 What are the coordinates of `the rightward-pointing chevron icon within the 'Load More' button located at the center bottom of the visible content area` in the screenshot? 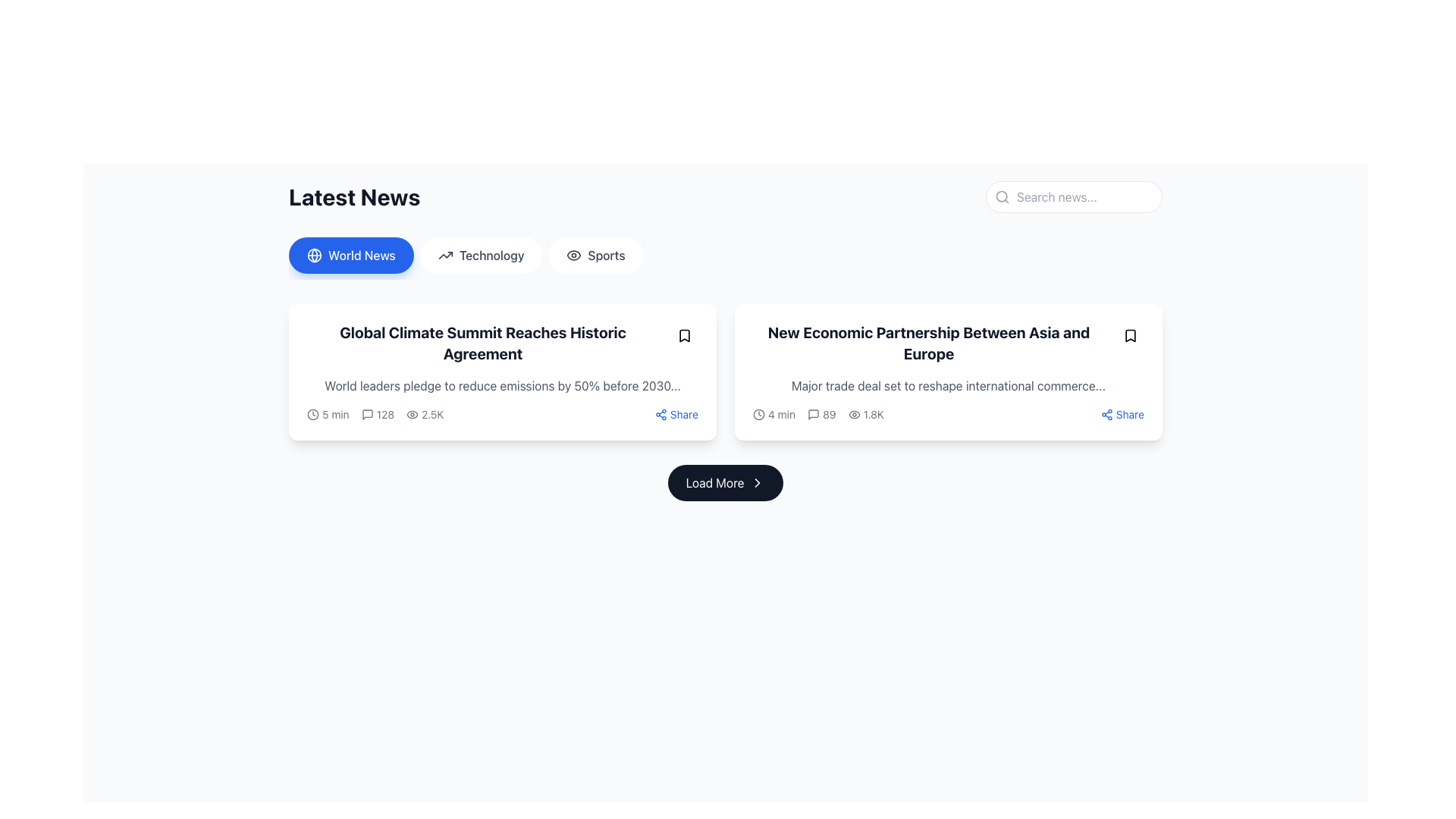 It's located at (758, 482).